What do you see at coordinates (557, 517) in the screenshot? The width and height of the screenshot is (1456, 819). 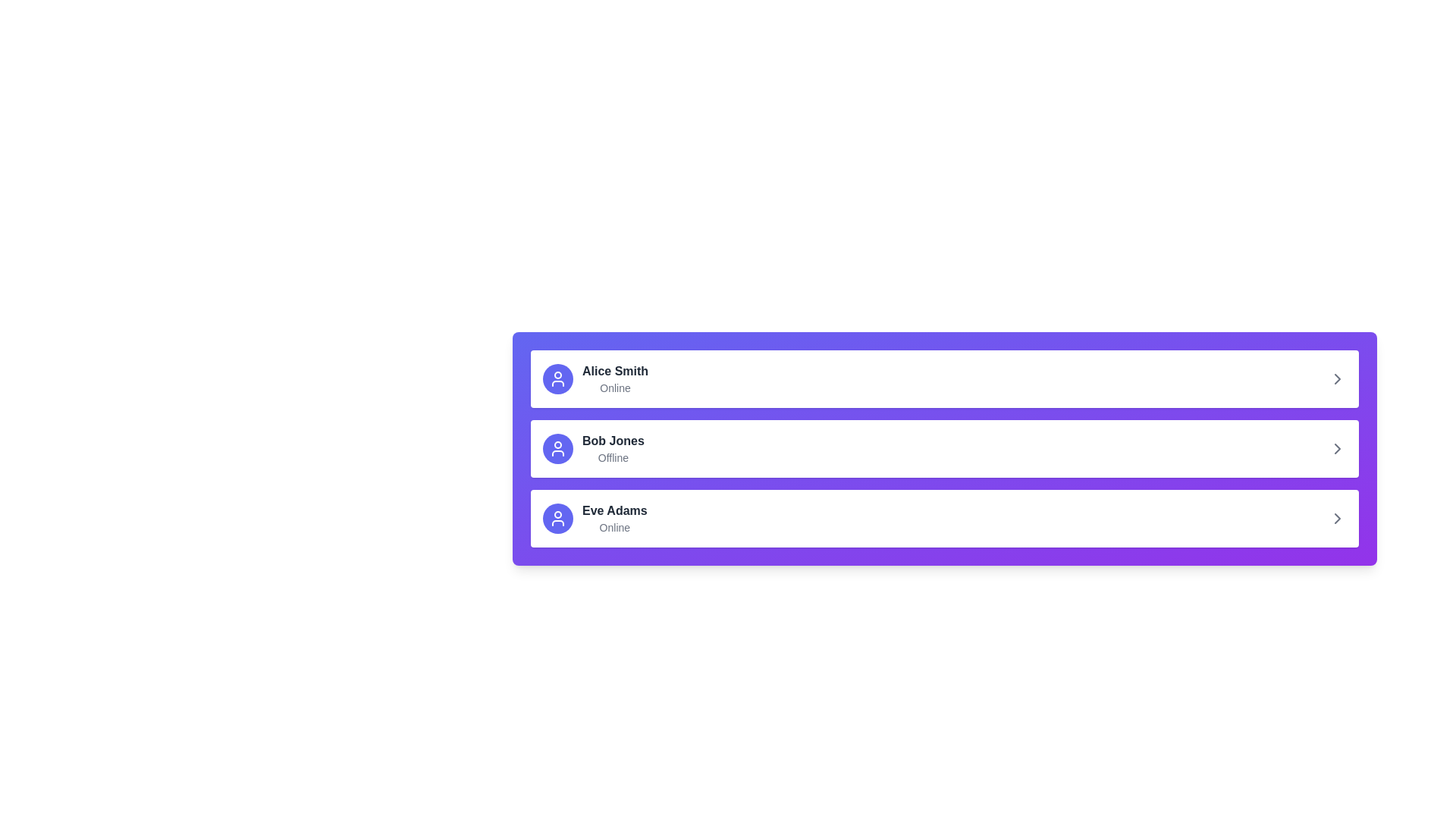 I see `the user icon resembling a silhouette of a person with a purple circular background and white outline, located in the third row of user profiles adjacent to the name 'Eve Adams'` at bounding box center [557, 517].